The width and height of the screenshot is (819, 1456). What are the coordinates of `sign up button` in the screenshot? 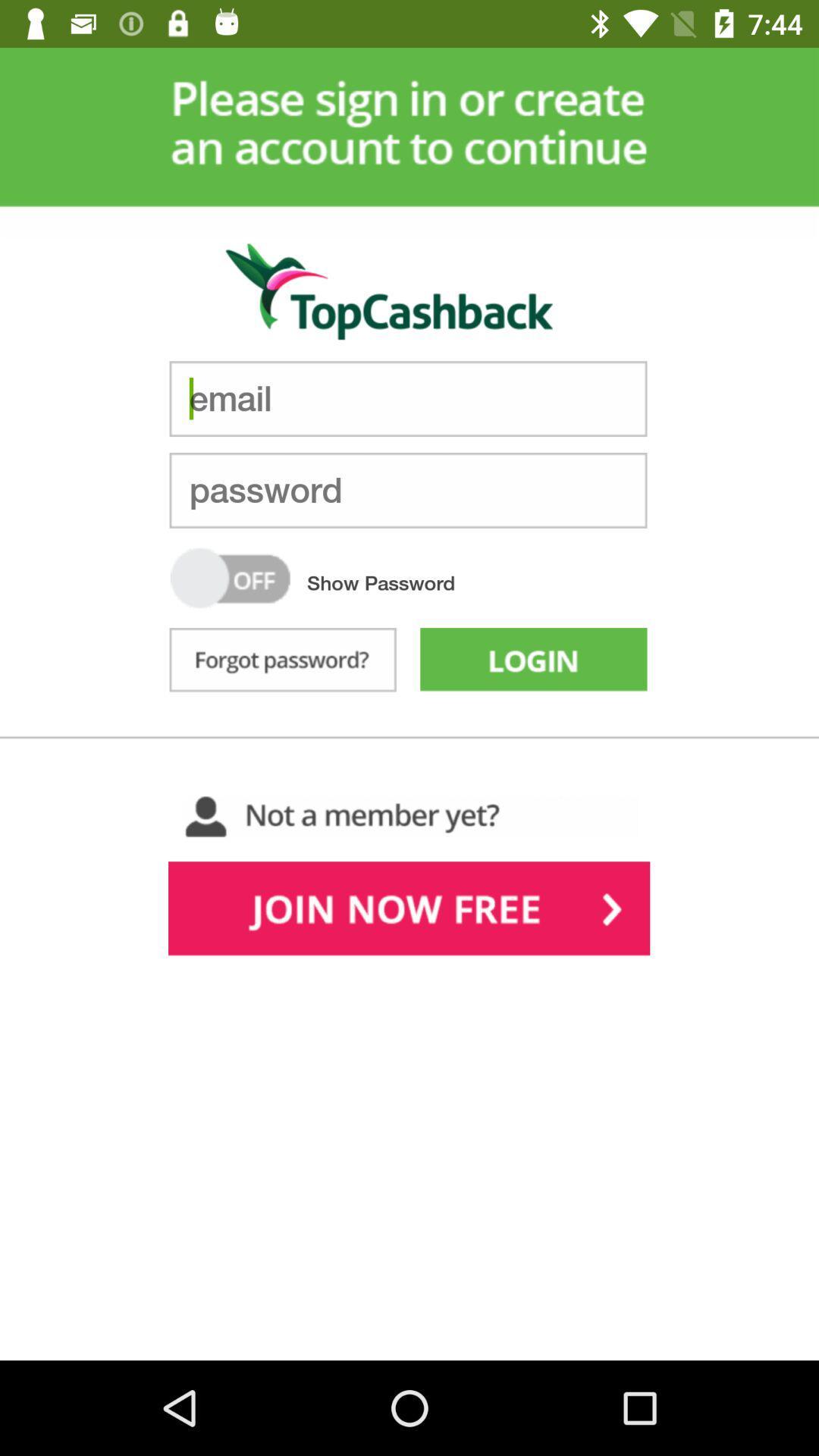 It's located at (408, 912).